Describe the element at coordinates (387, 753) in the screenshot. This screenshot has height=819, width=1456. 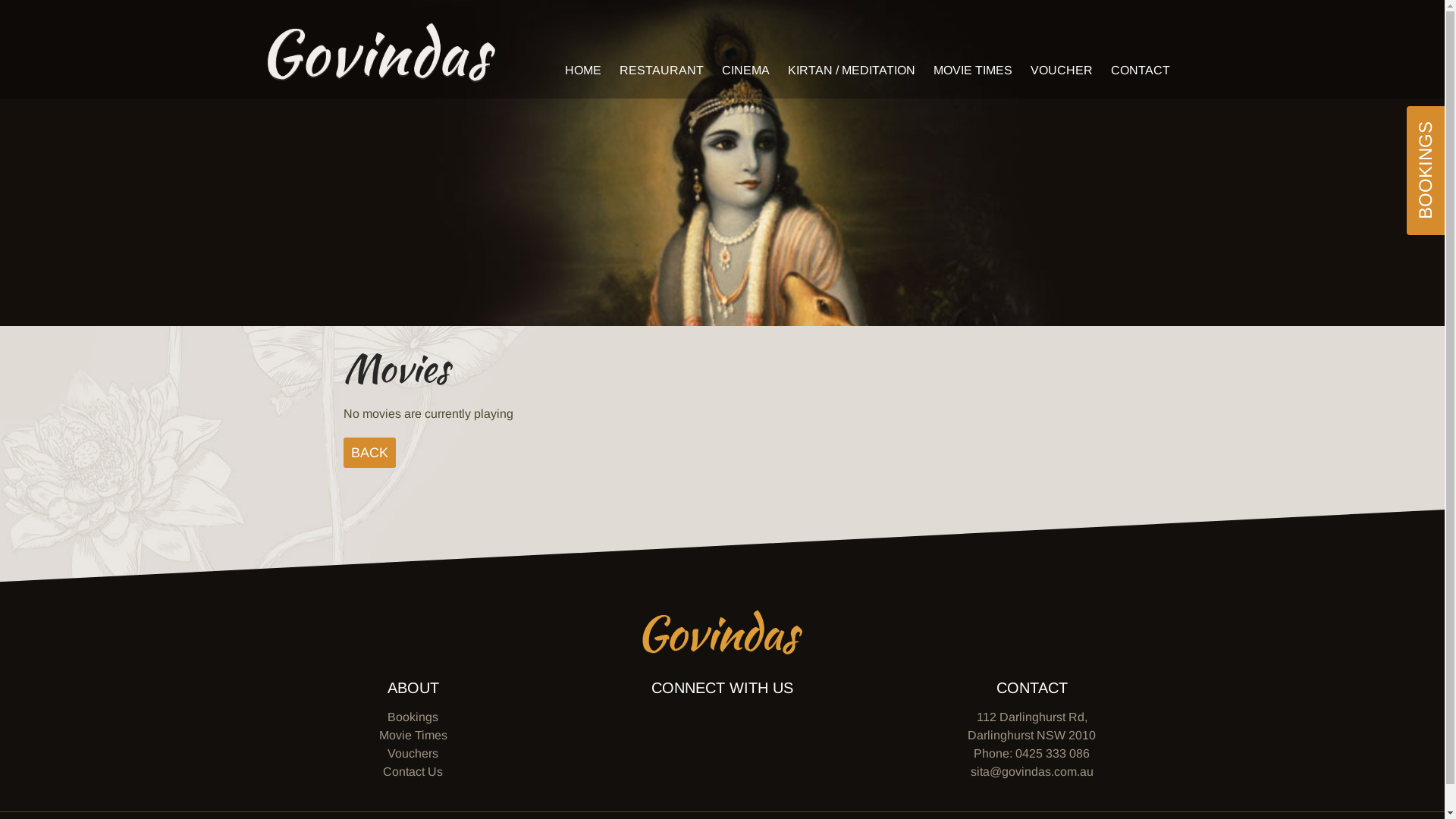
I see `'Vouchers'` at that location.